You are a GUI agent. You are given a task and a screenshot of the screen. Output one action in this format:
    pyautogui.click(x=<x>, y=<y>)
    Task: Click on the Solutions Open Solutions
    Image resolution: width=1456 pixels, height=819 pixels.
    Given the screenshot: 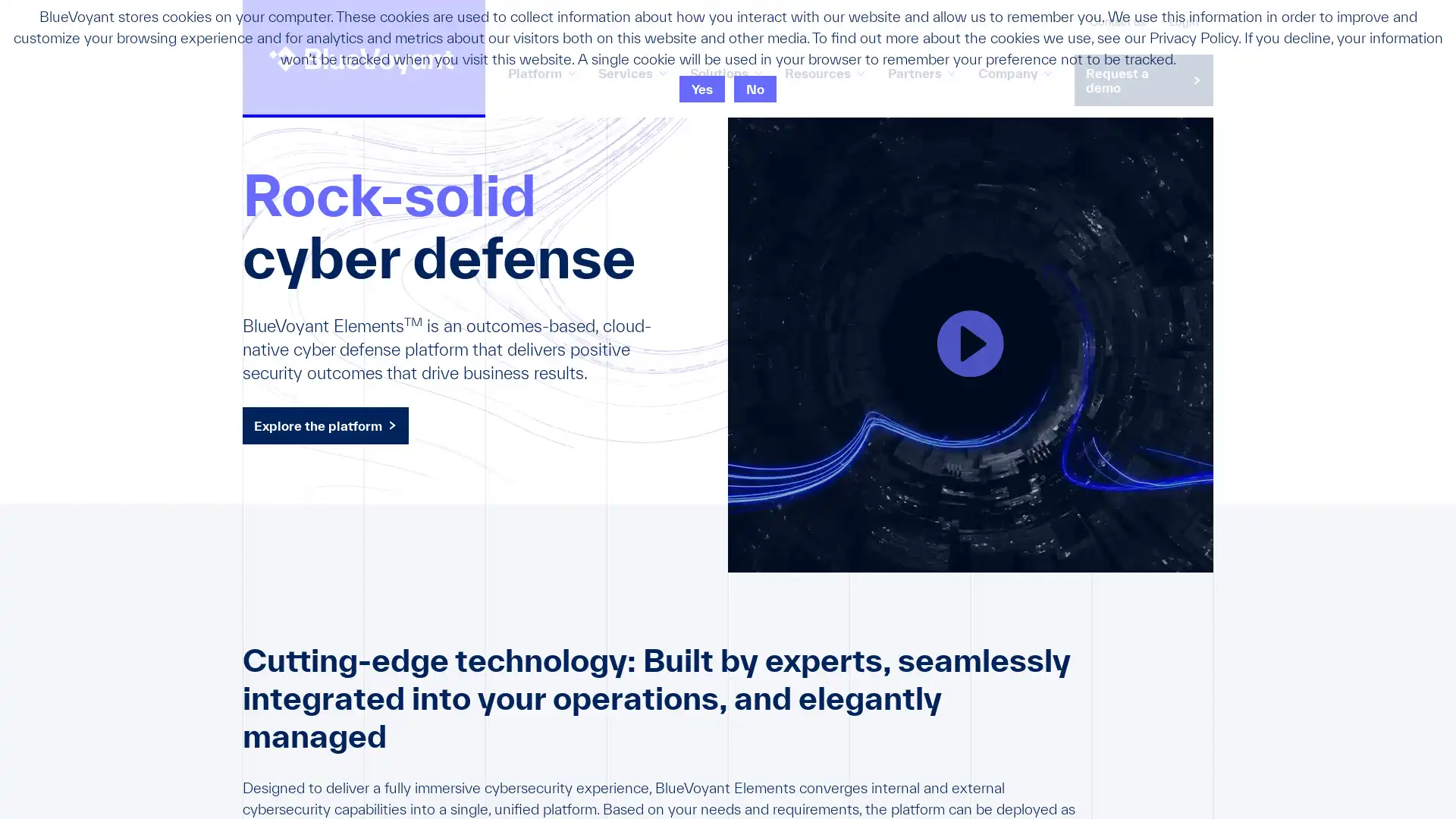 What is the action you would take?
    pyautogui.click(x=724, y=72)
    